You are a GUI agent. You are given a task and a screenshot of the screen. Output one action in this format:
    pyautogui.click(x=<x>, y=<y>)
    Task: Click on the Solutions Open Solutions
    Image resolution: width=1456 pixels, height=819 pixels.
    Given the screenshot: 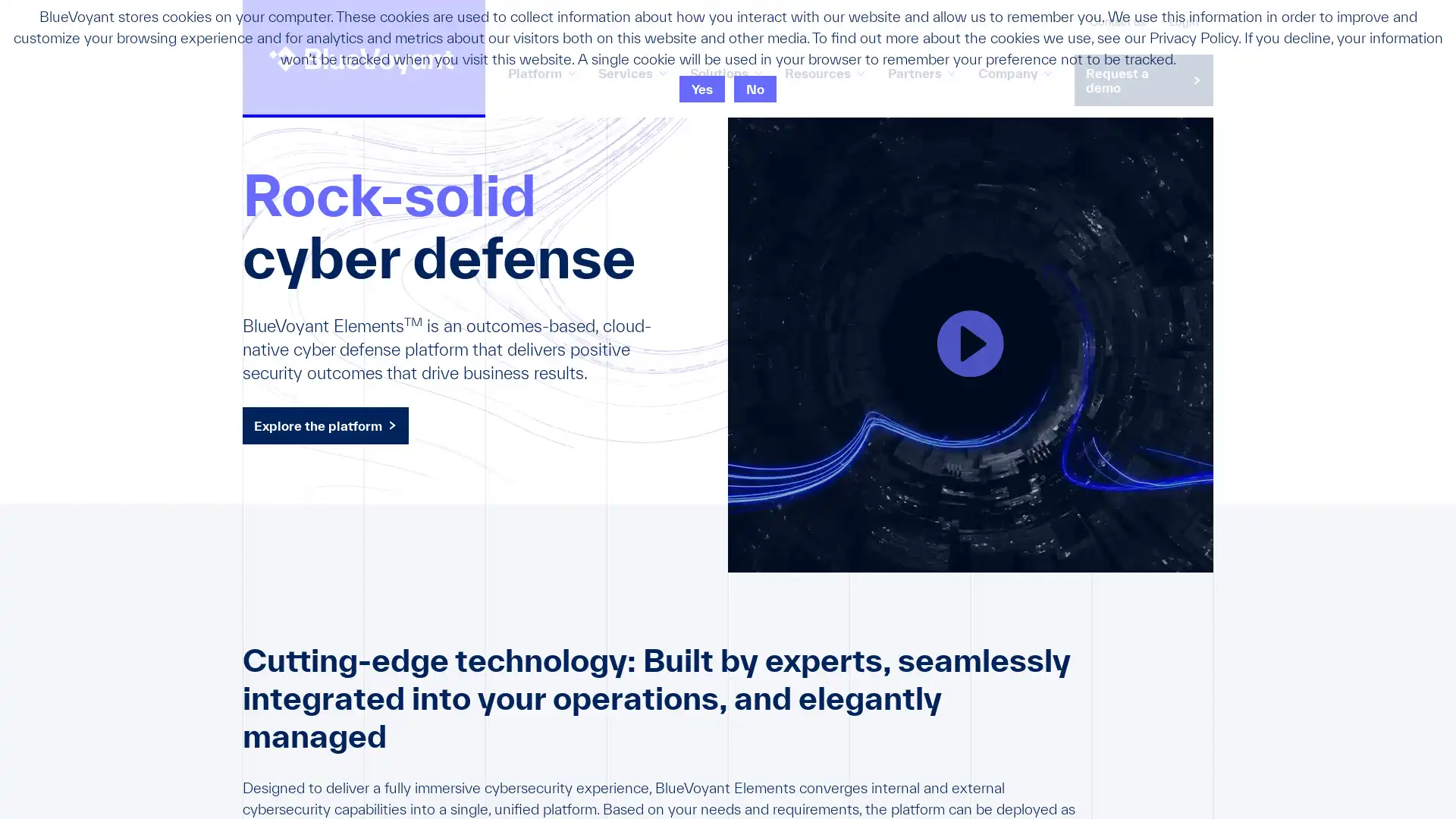 What is the action you would take?
    pyautogui.click(x=724, y=72)
    